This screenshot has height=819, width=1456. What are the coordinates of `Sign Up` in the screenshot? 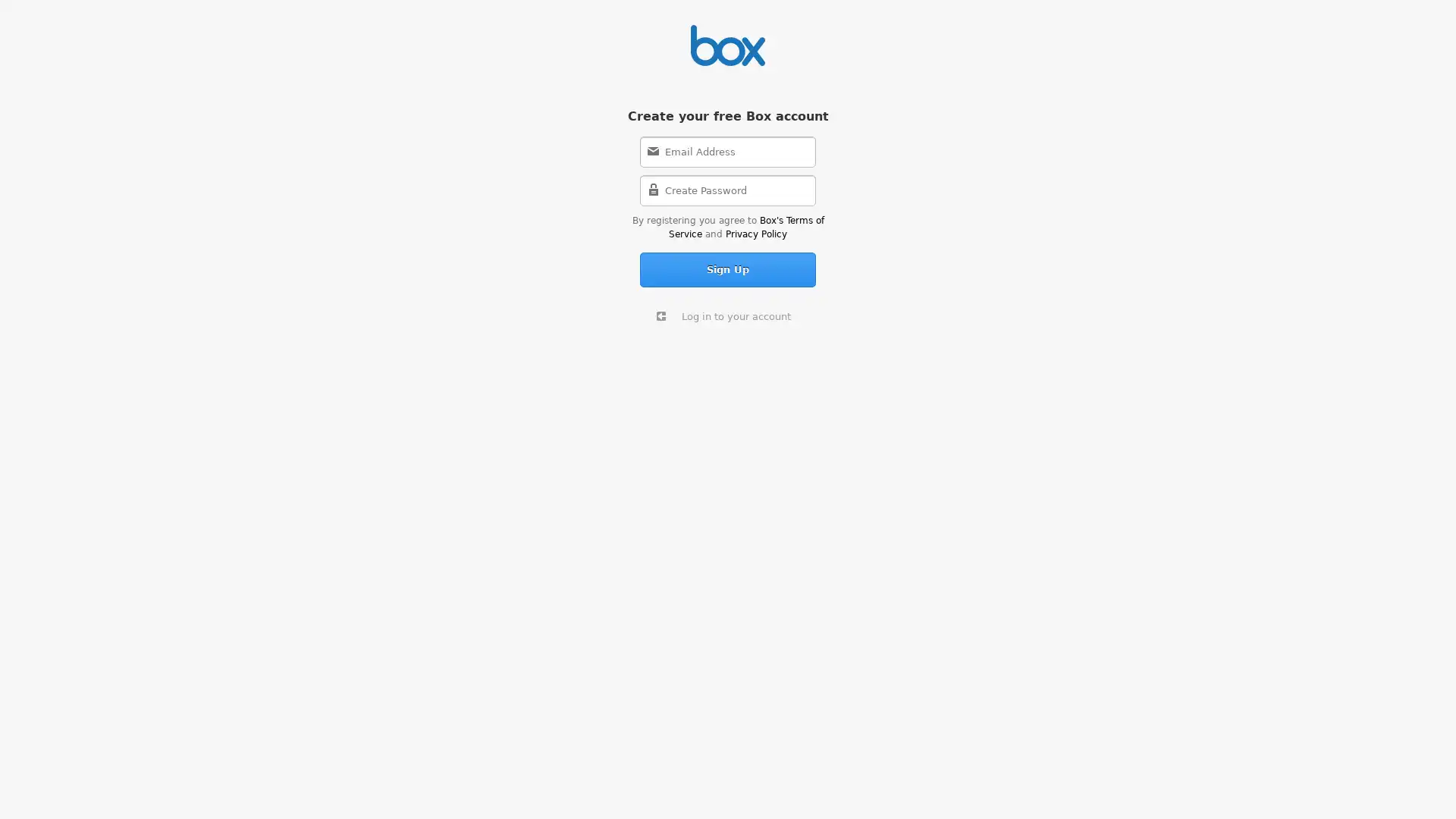 It's located at (728, 268).